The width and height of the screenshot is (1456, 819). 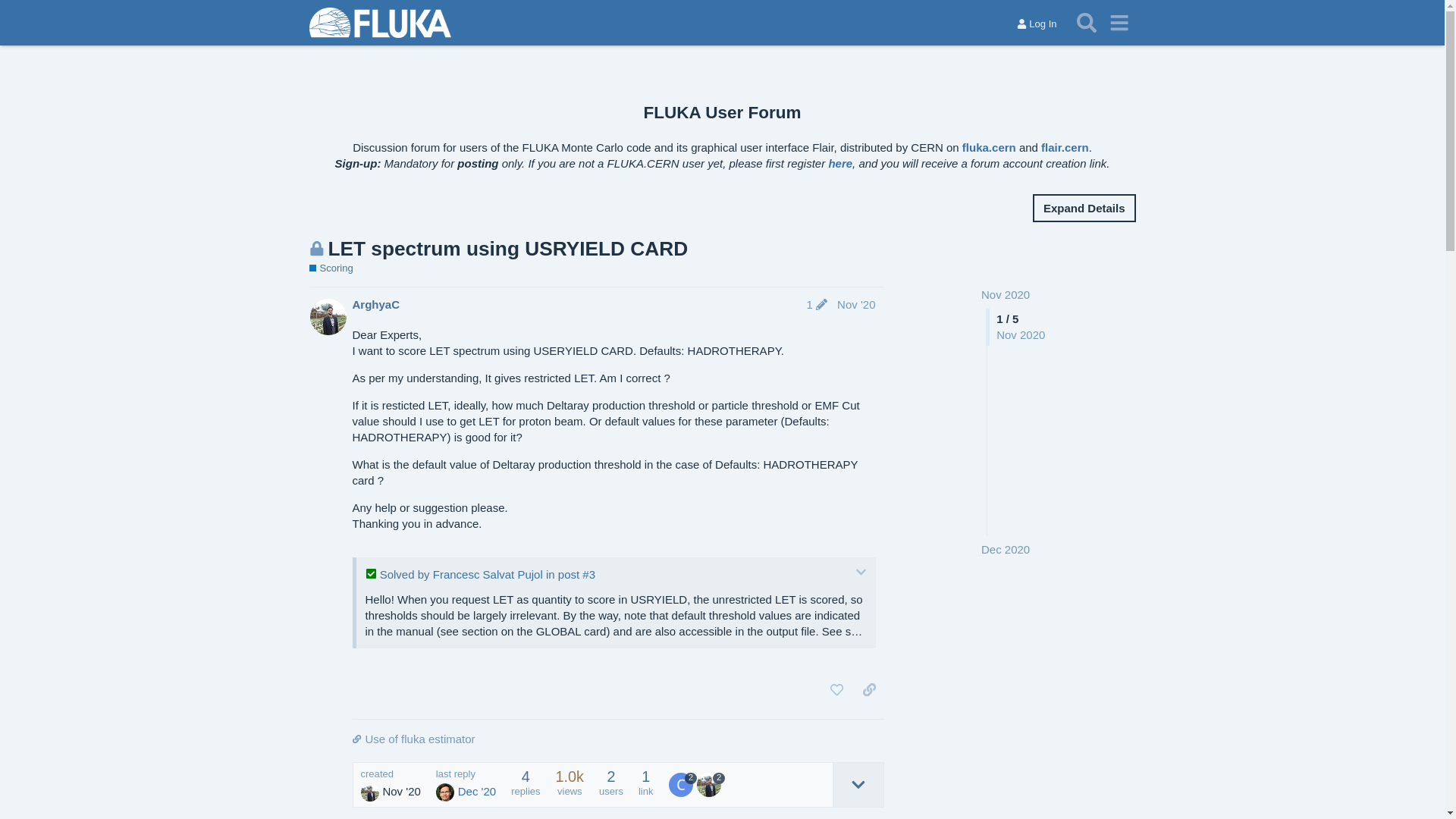 What do you see at coordinates (330, 268) in the screenshot?
I see `'Scoring'` at bounding box center [330, 268].